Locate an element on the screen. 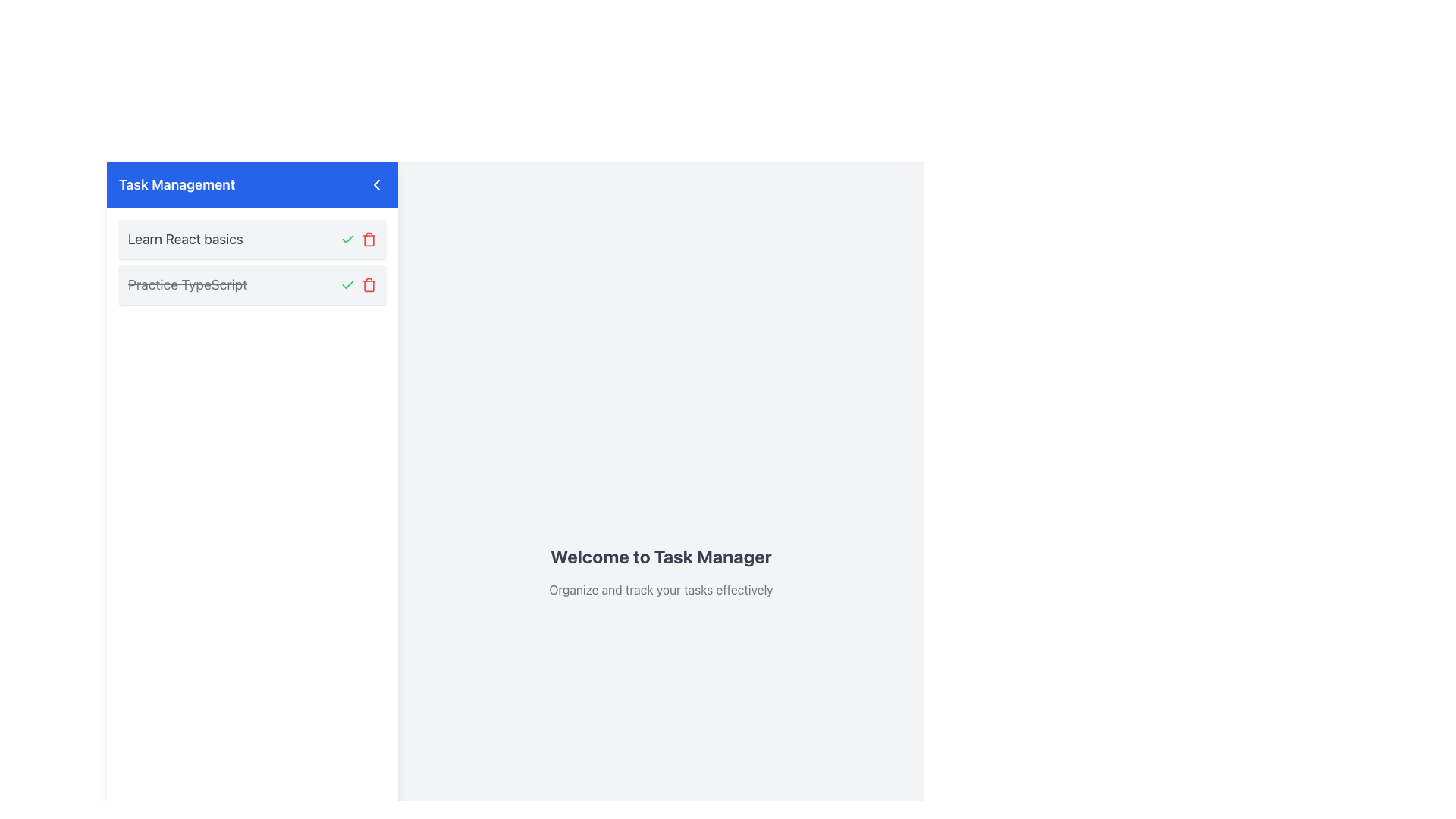  the 'Task Management' text label, which is a bold, white font header aligned to the left in a bright blue background, to trigger the tooltip display is located at coordinates (177, 184).